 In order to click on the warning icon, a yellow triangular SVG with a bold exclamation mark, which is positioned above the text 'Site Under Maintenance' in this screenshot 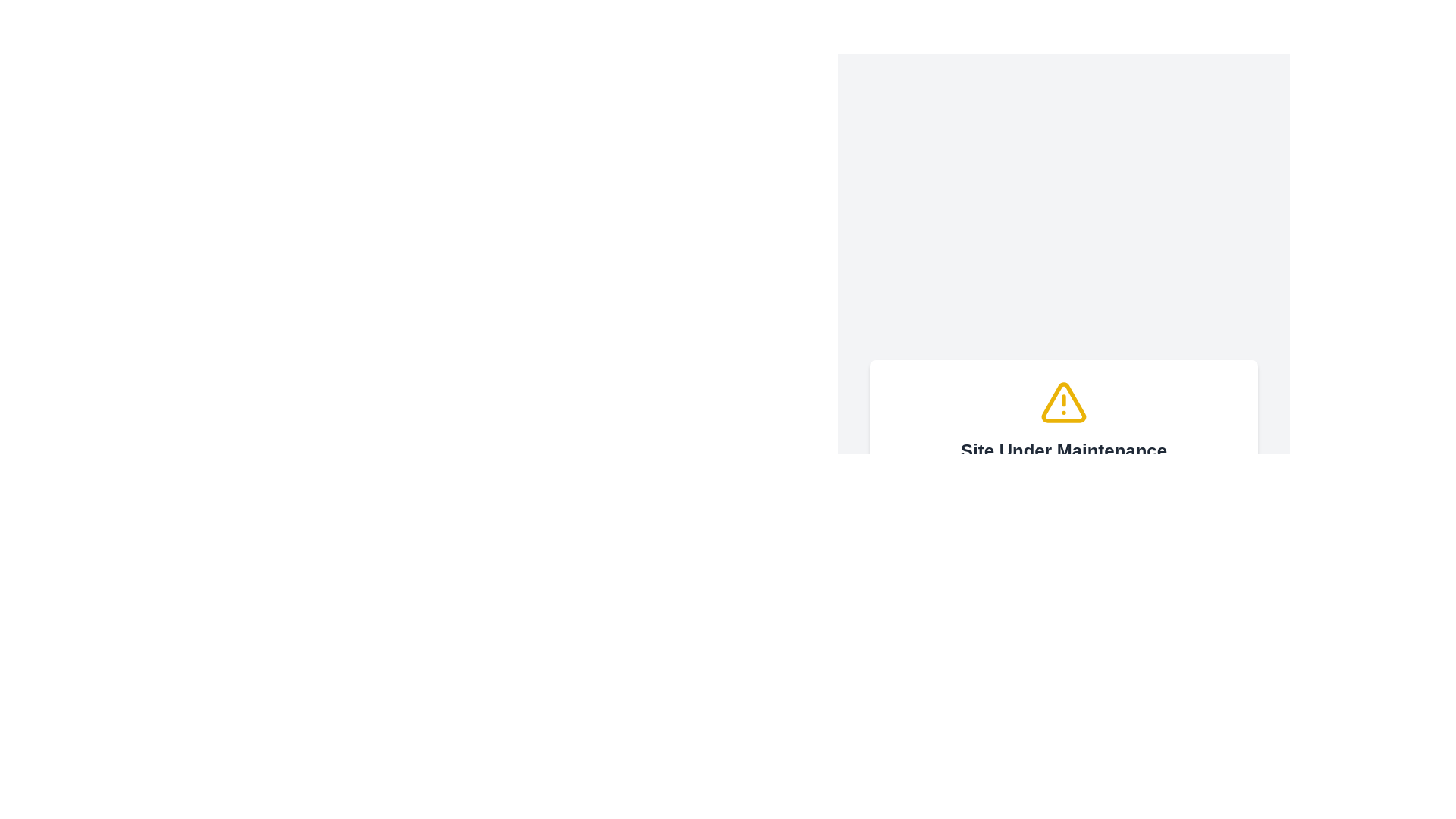, I will do `click(1062, 401)`.